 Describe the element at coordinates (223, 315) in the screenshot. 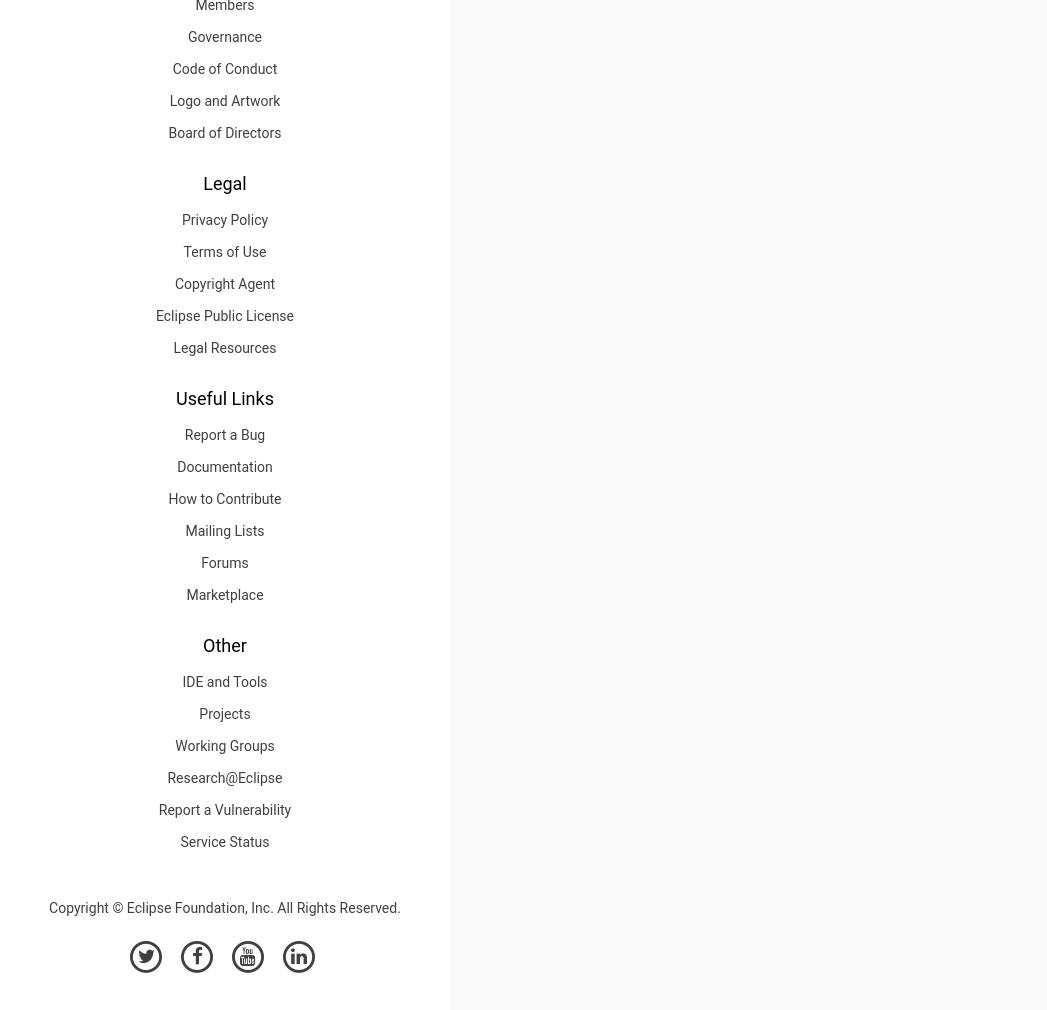

I see `'Eclipse Public License'` at that location.